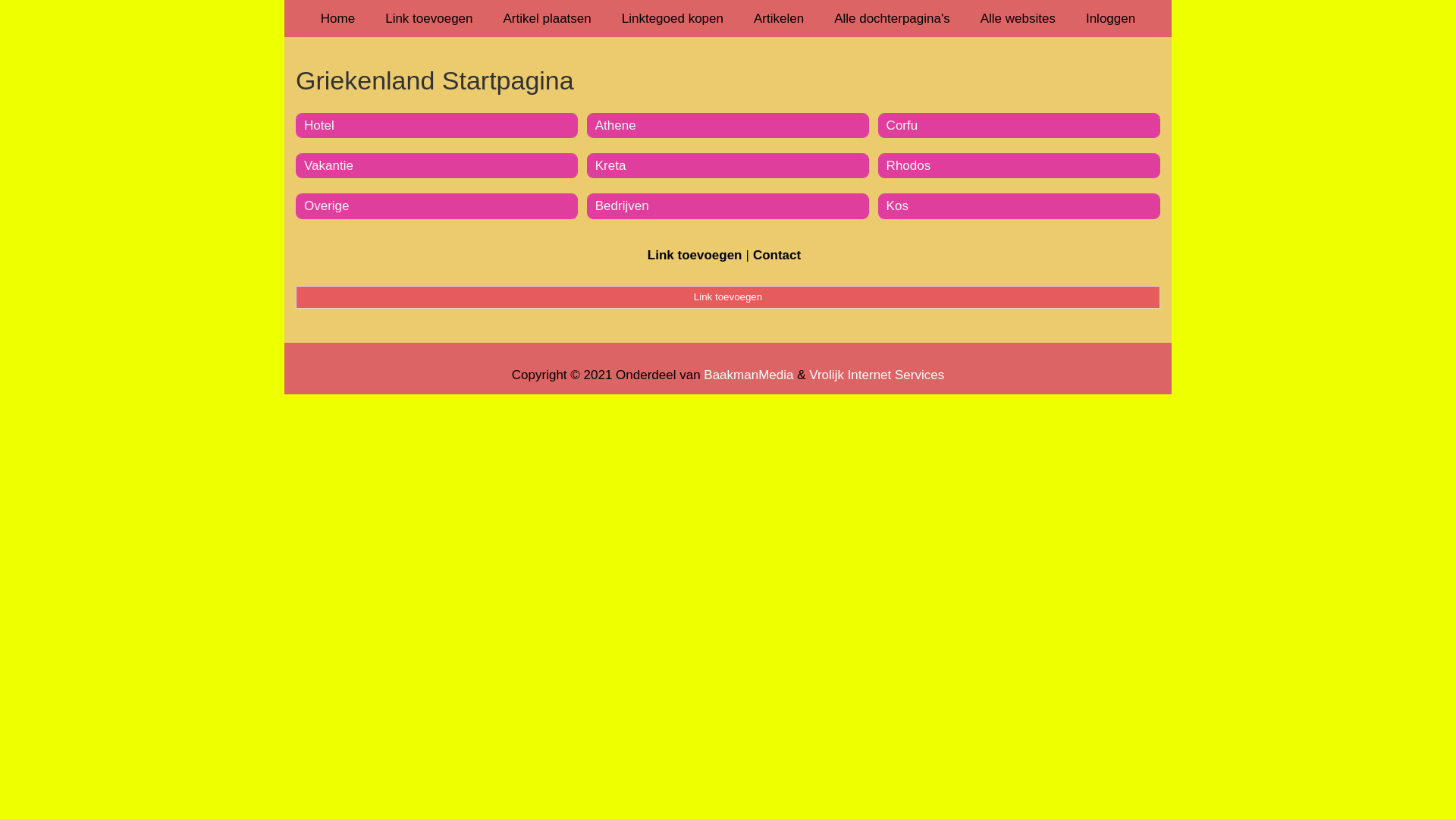  Describe the element at coordinates (337, 18) in the screenshot. I see `'Home'` at that location.